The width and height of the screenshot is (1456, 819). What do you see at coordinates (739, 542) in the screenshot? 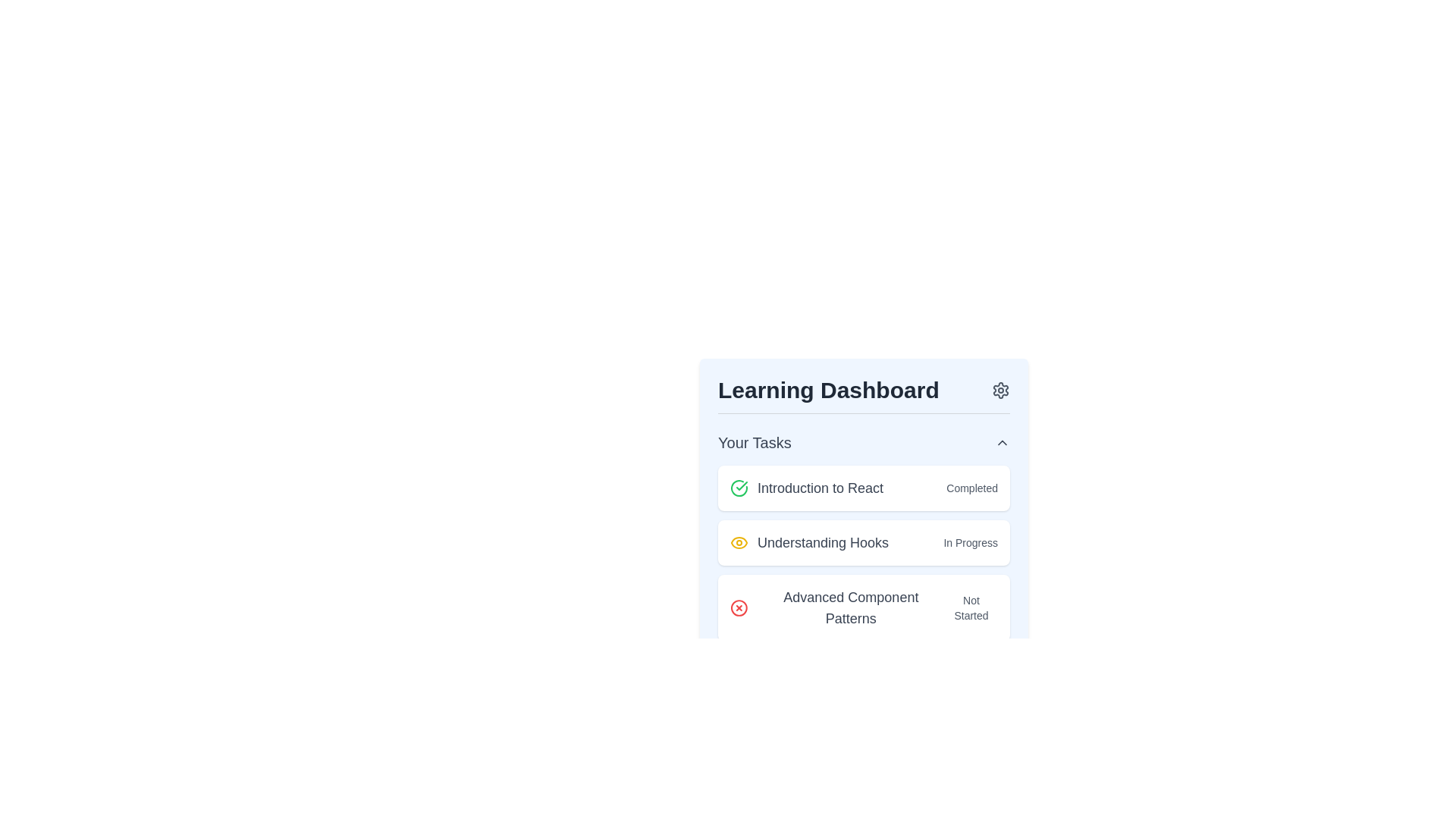
I see `the stylized eye icon with a yellow outline located to the left of the 'Understanding Hooks' label in the 'Your Tasks' section of the Learning Dashboard` at bounding box center [739, 542].